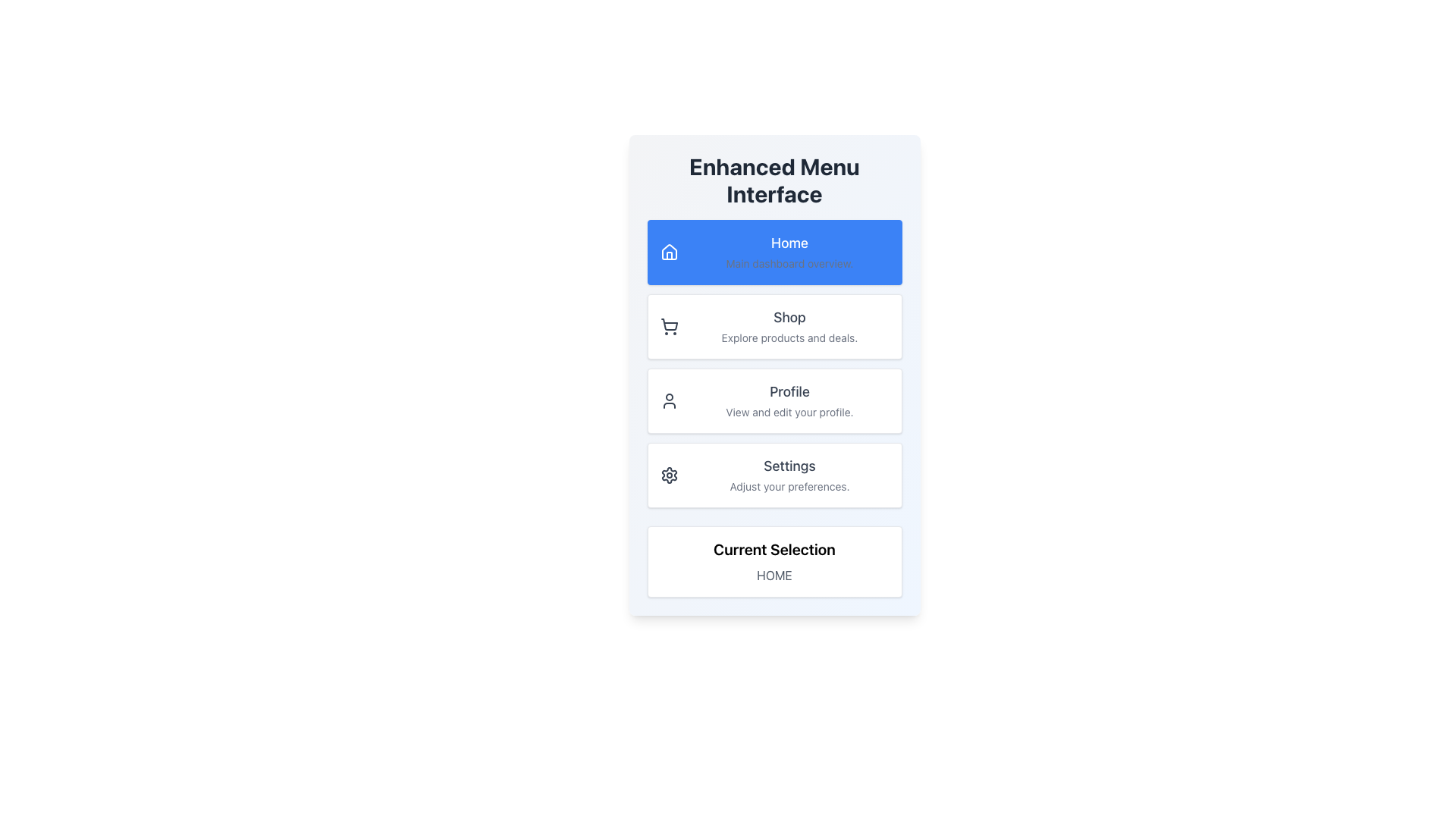 The image size is (1456, 819). Describe the element at coordinates (789, 391) in the screenshot. I see `the 'Profile' static text label styled with a large dark gray font, located in the middle section under the 'Shop' section` at that location.